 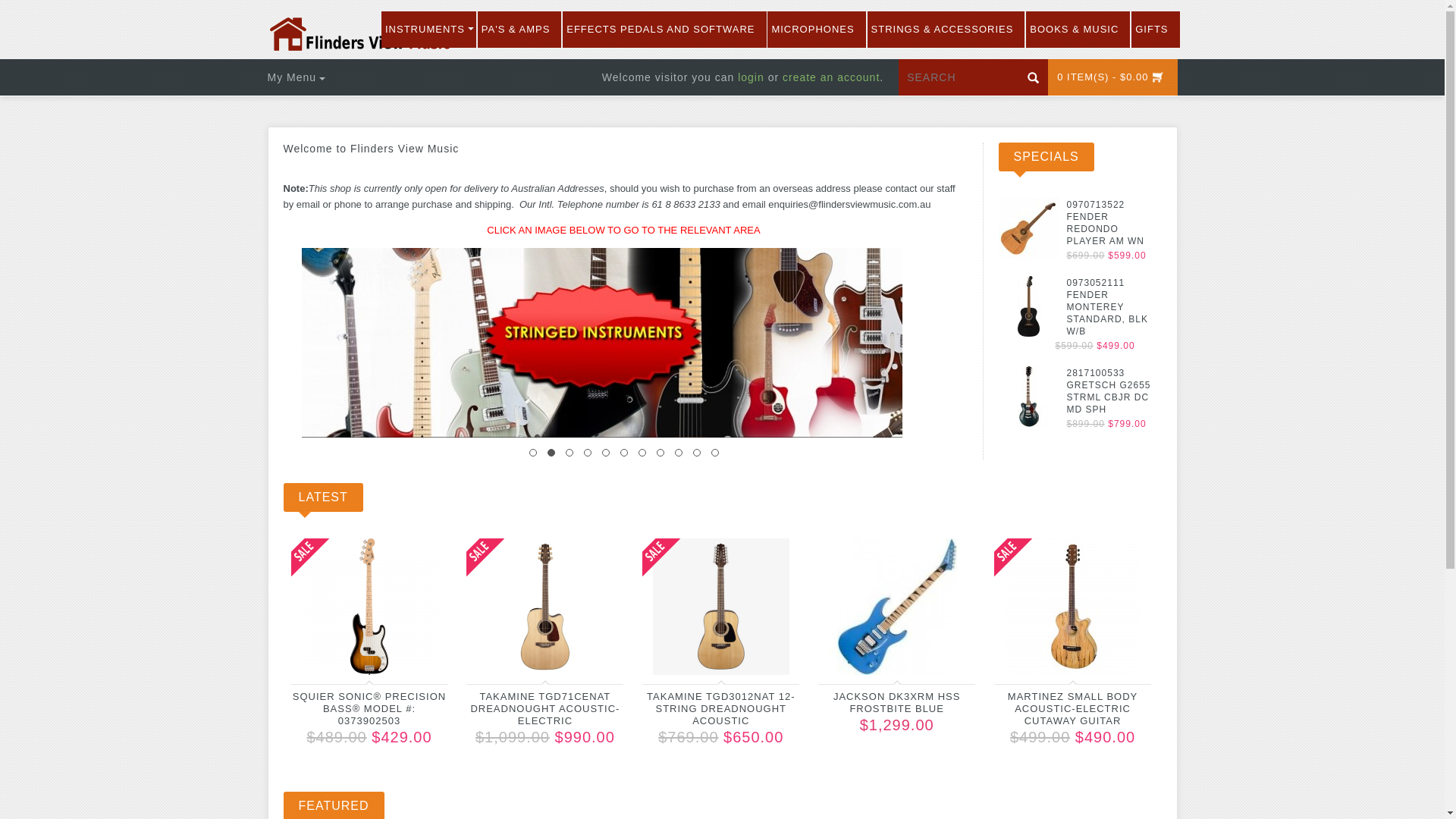 What do you see at coordinates (695, 452) in the screenshot?
I see `'10'` at bounding box center [695, 452].